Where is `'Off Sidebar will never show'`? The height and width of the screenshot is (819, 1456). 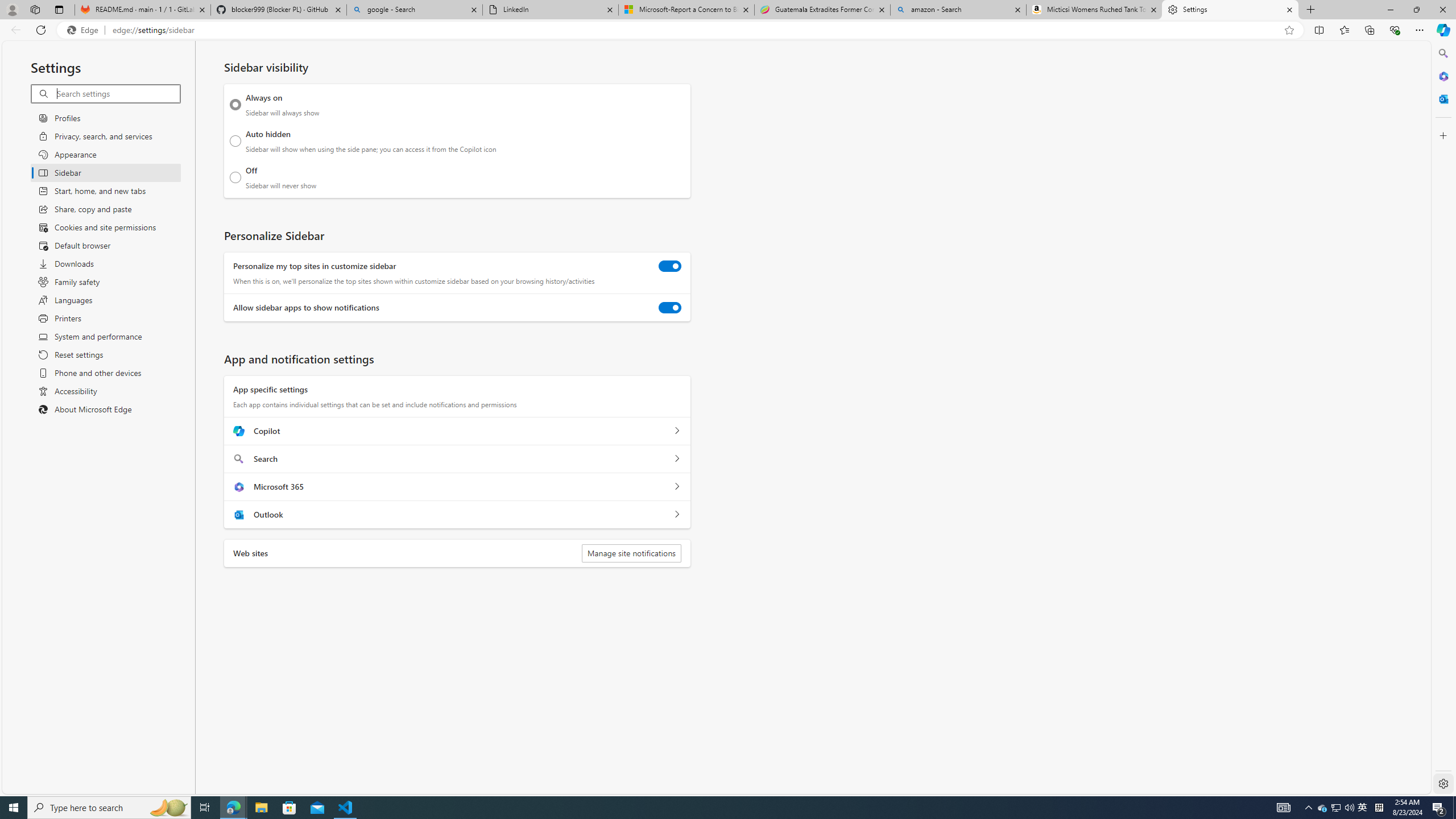
'Off Sidebar will never show' is located at coordinates (235, 177).